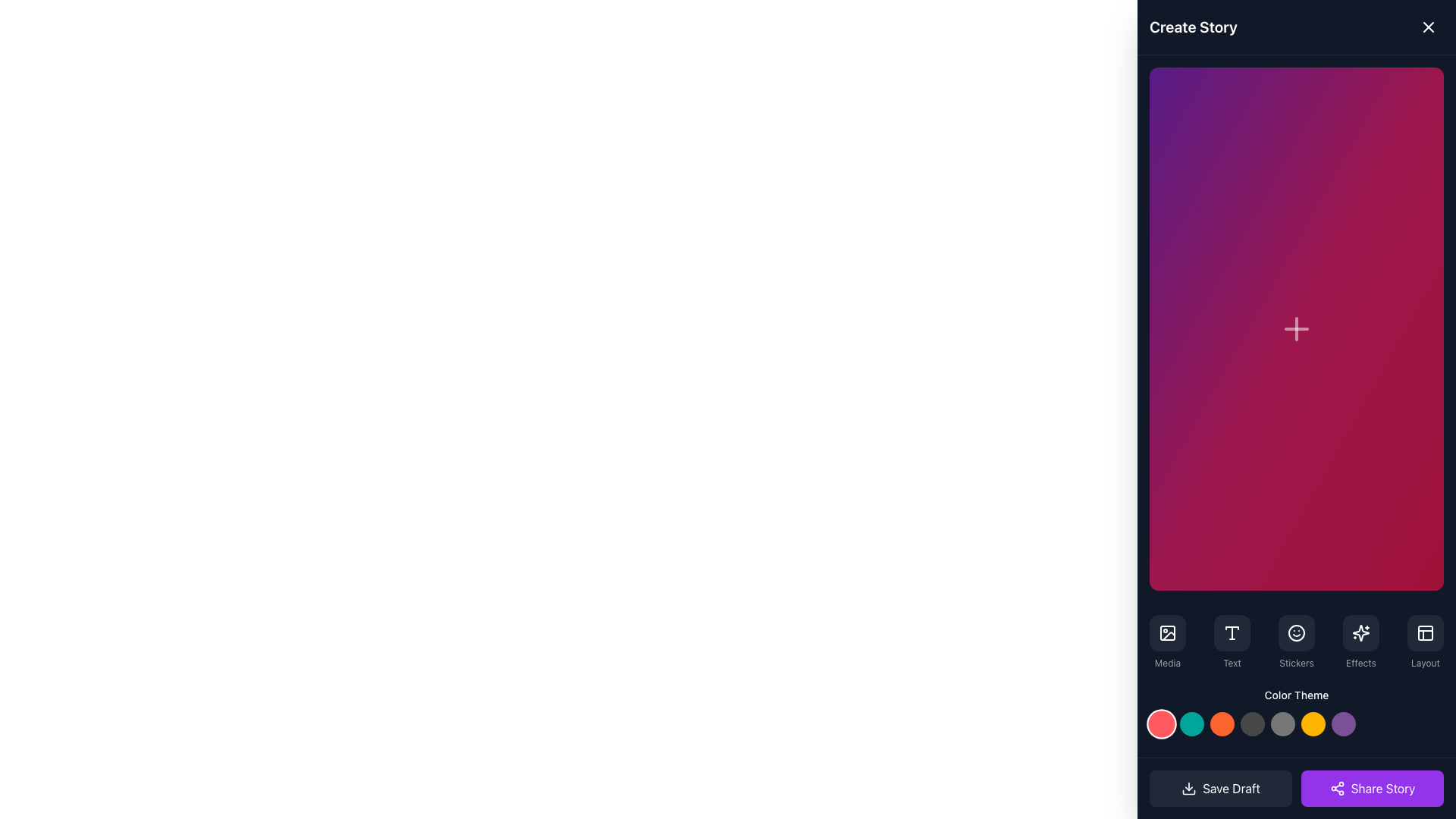  I want to click on the first button in the 'Media' section of the bottom toolbar, so click(1167, 632).